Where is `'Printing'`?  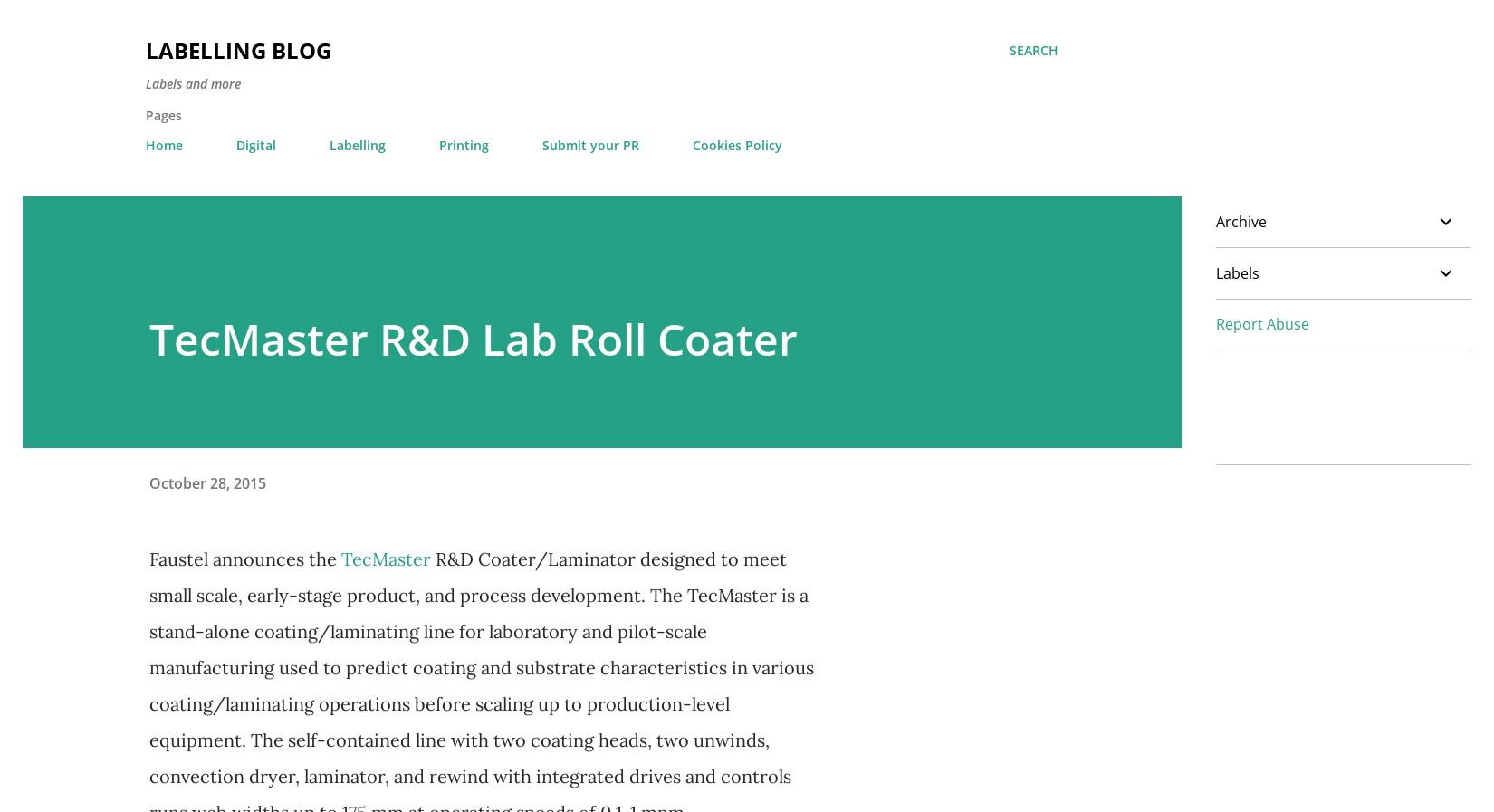
'Printing' is located at coordinates (463, 144).